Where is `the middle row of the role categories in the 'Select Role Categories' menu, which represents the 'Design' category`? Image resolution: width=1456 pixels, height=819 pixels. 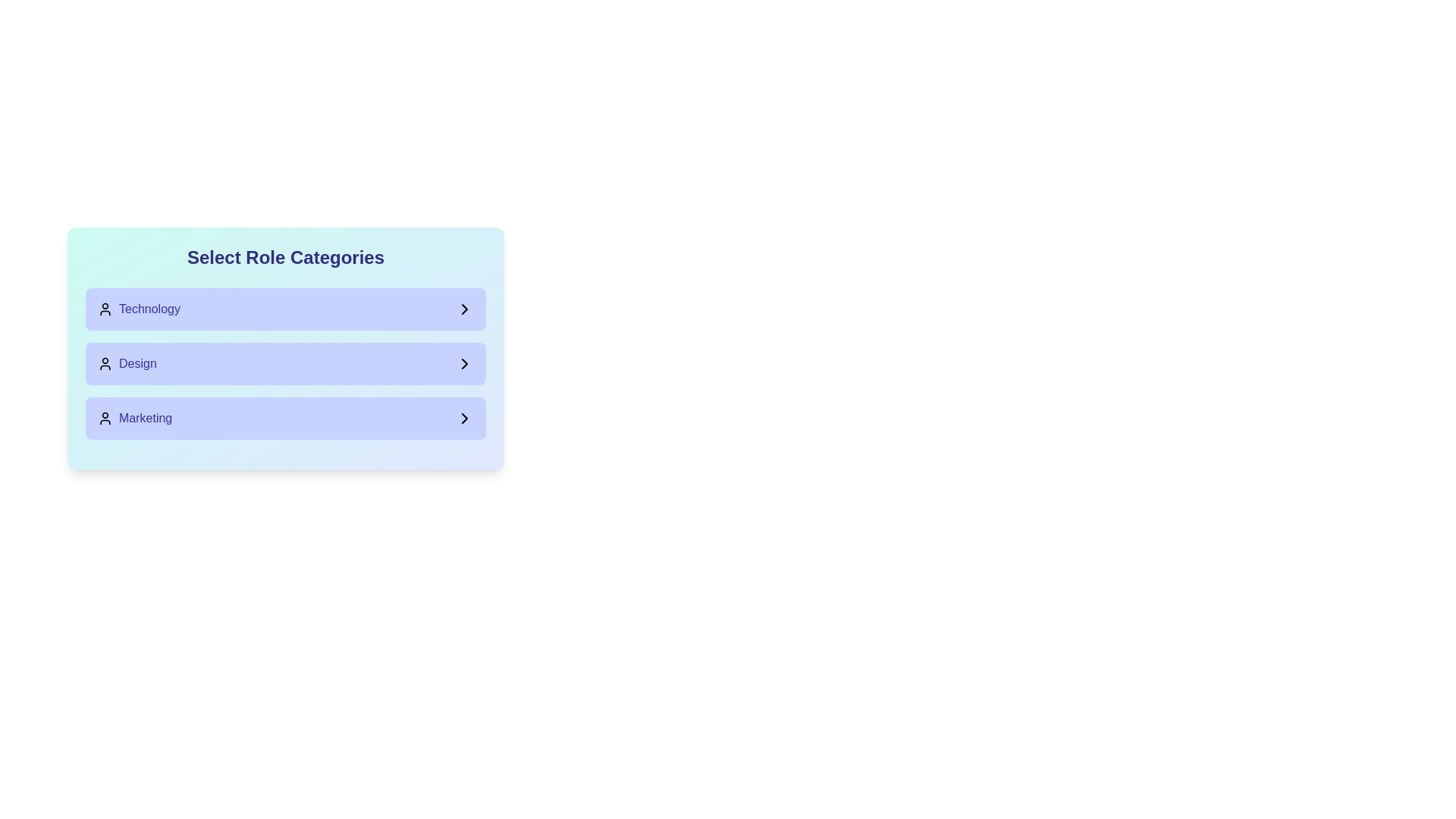
the middle row of the role categories in the 'Select Role Categories' menu, which represents the 'Design' category is located at coordinates (286, 363).